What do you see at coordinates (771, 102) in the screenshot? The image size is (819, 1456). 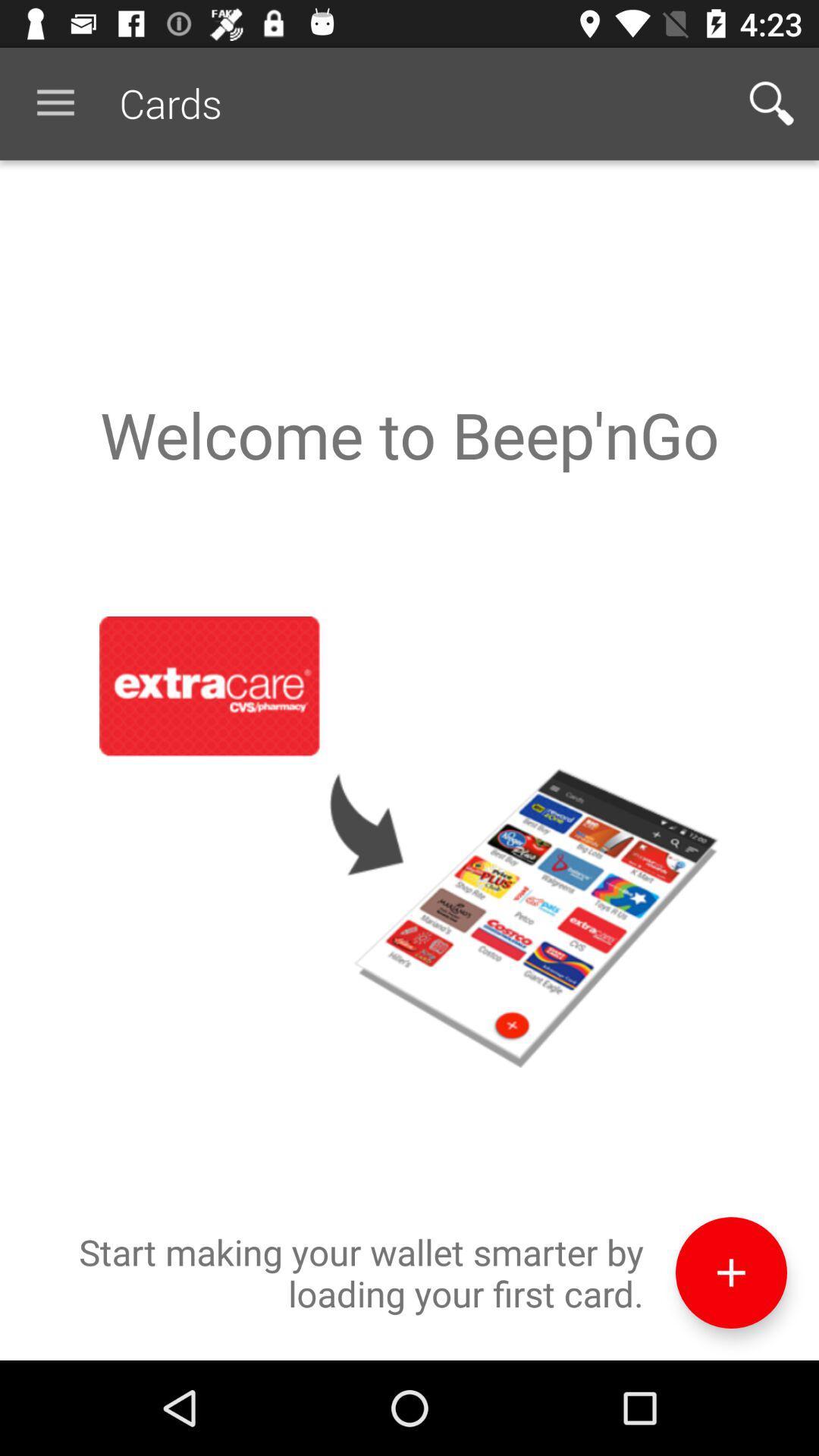 I see `icon at the top right corner` at bounding box center [771, 102].